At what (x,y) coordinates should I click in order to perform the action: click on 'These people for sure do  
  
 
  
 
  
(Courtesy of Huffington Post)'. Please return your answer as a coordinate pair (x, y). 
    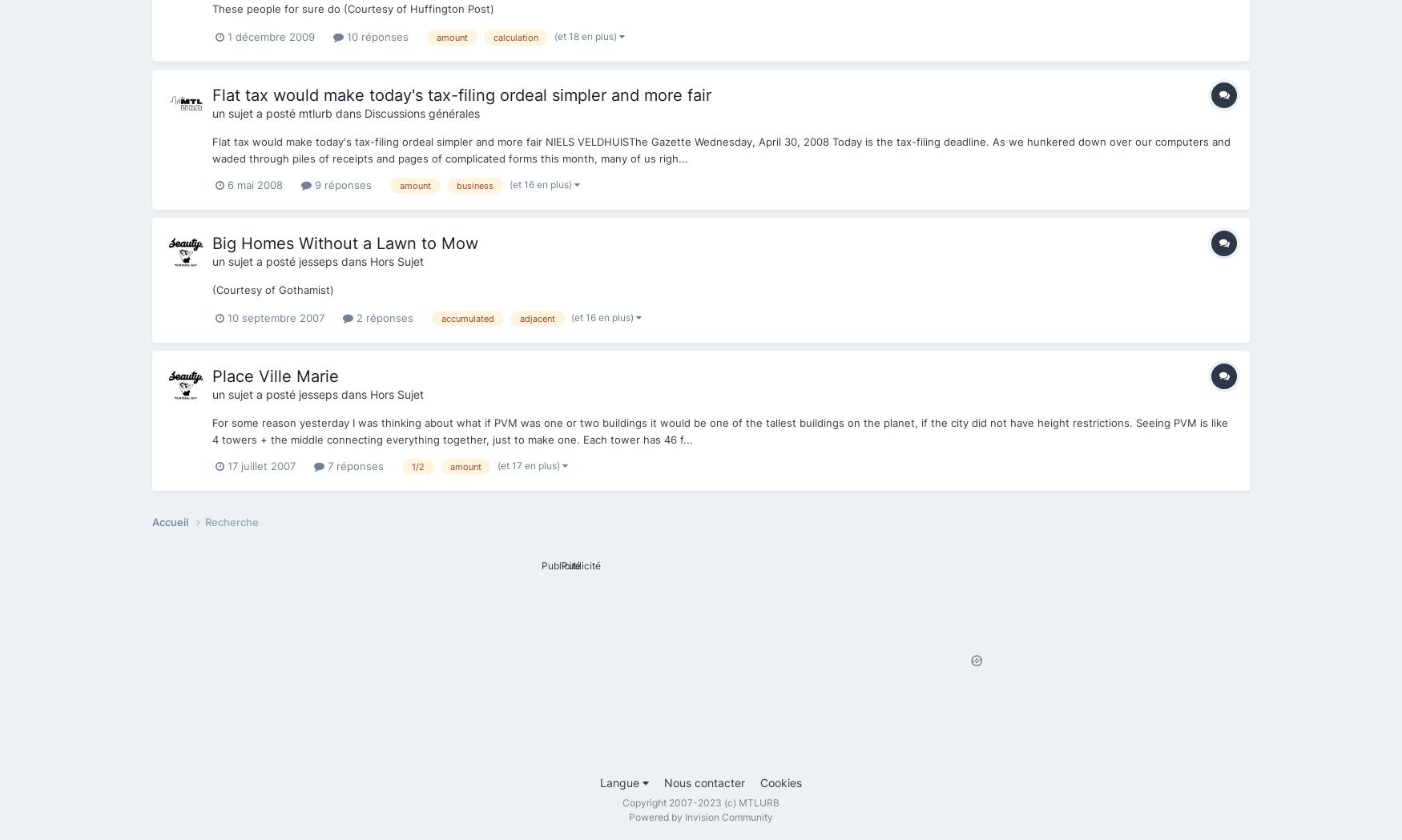
    Looking at the image, I should click on (353, 6).